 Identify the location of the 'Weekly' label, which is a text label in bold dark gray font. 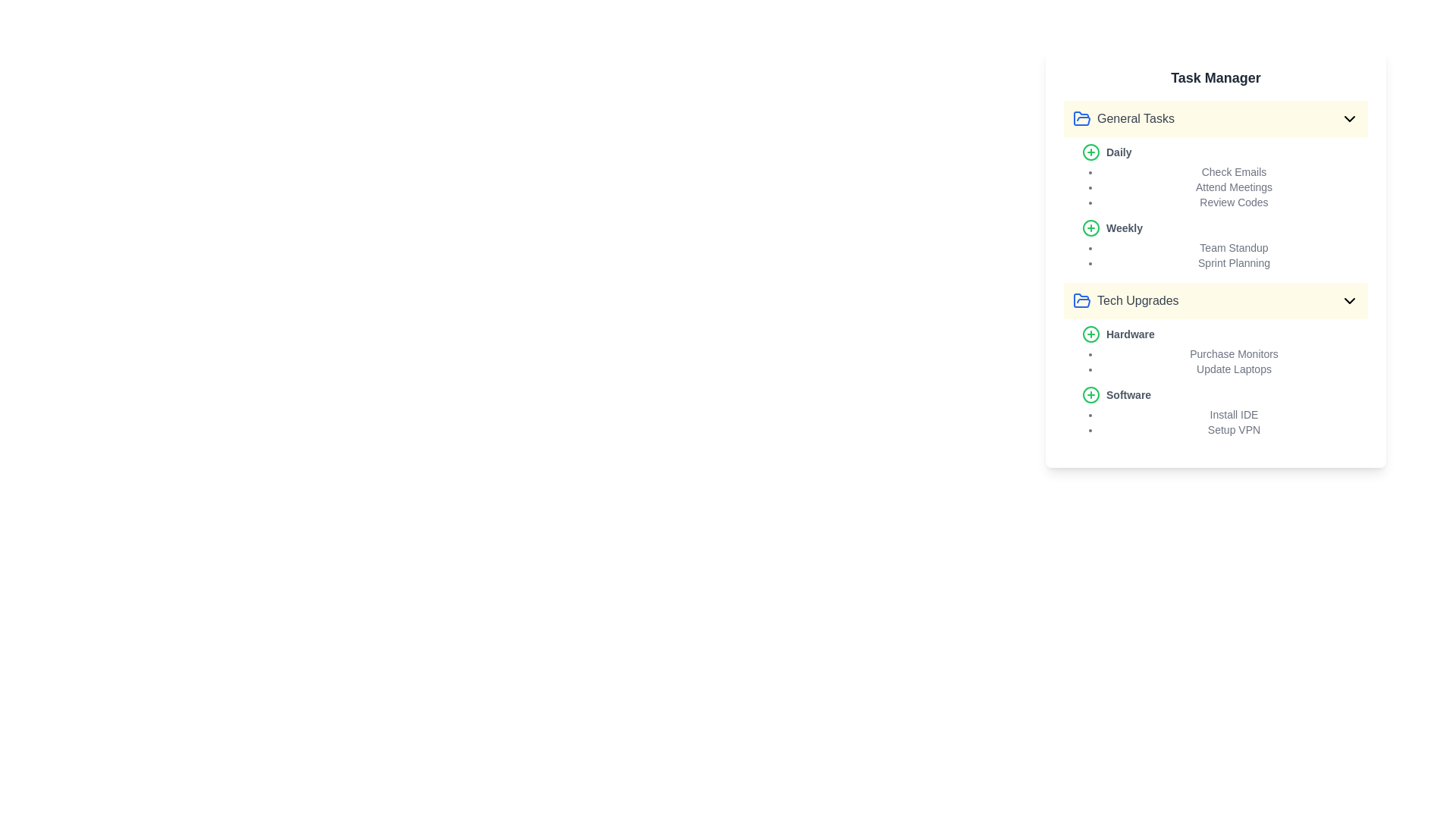
(1125, 227).